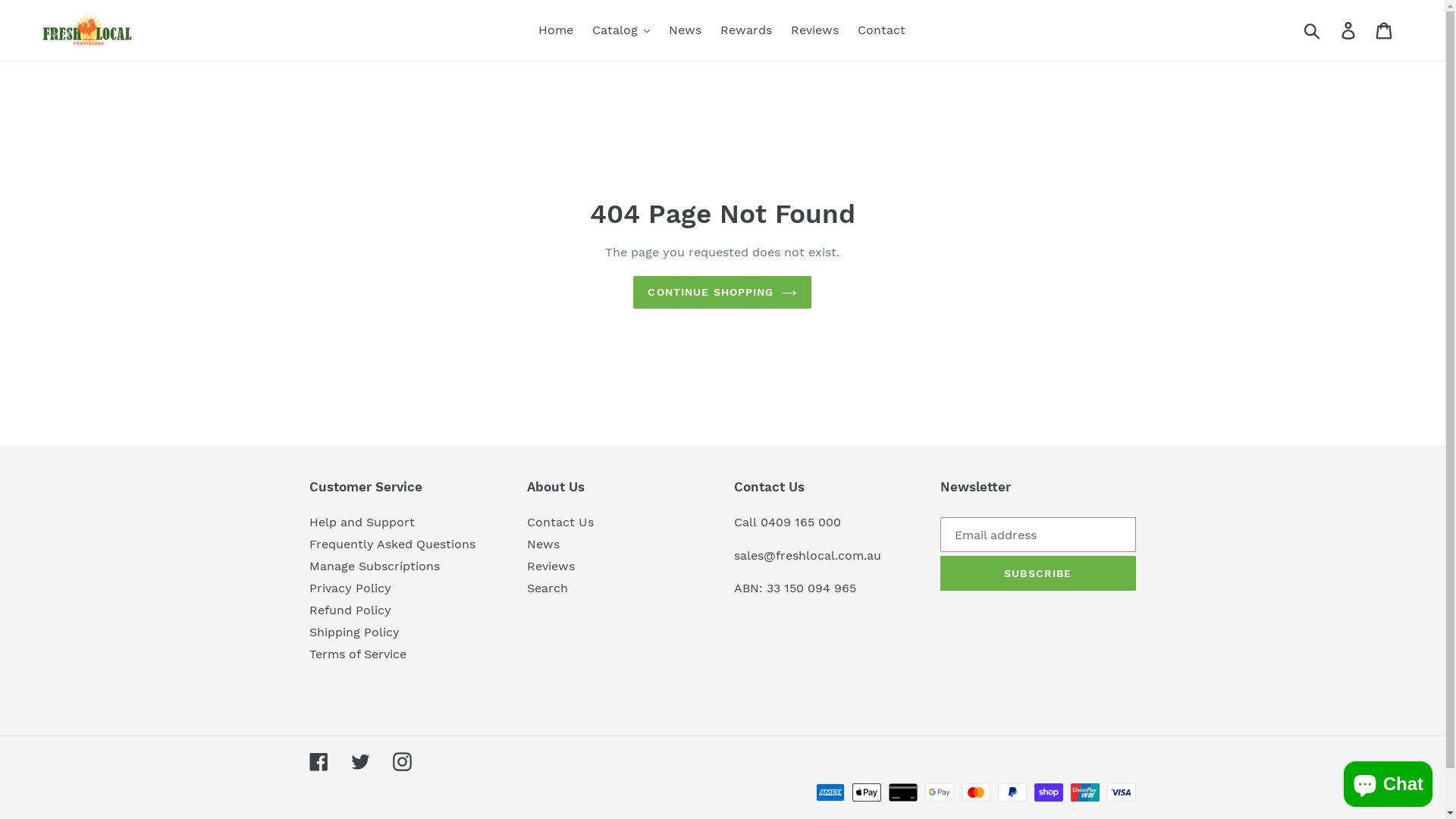 The image size is (1456, 819). Describe the element at coordinates (318, 762) in the screenshot. I see `'Facebook'` at that location.